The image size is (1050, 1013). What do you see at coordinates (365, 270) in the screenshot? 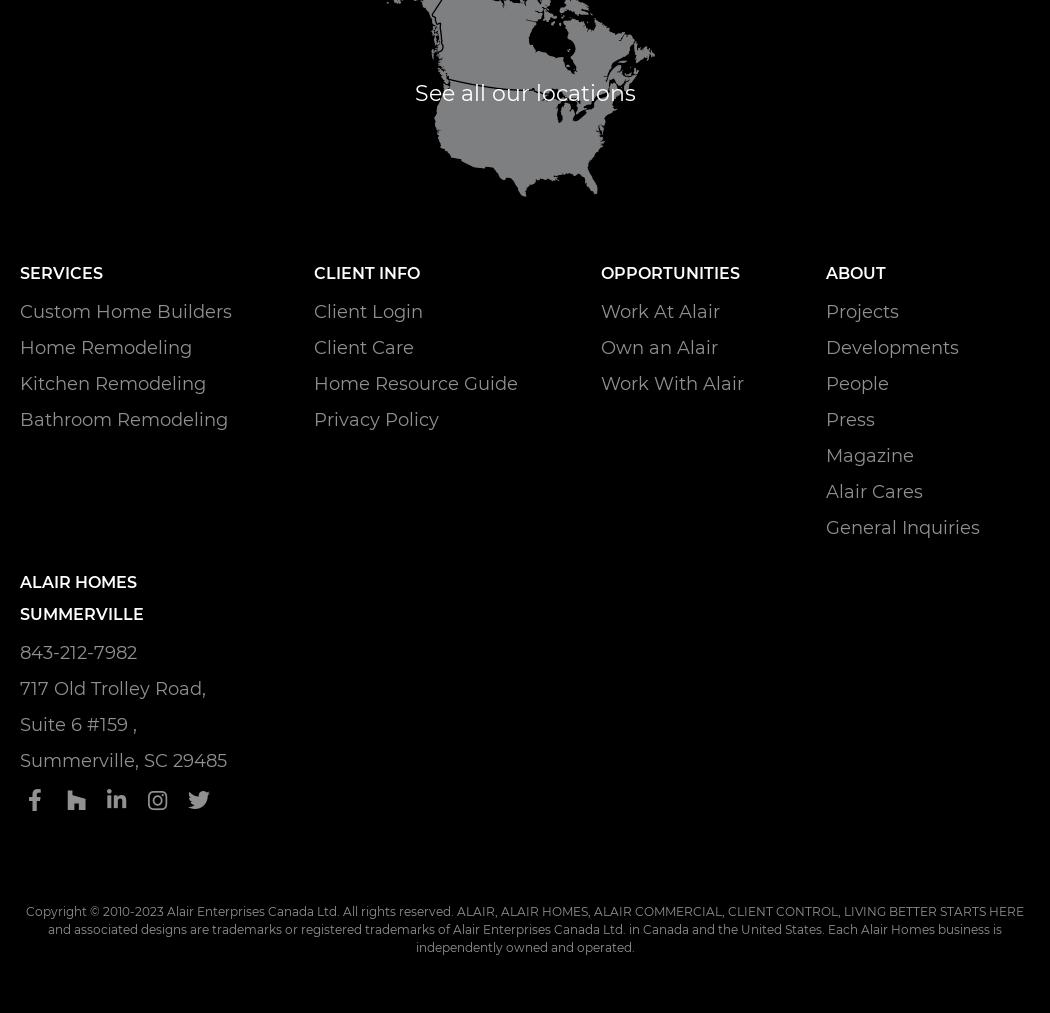
I see `'Client Info'` at bounding box center [365, 270].